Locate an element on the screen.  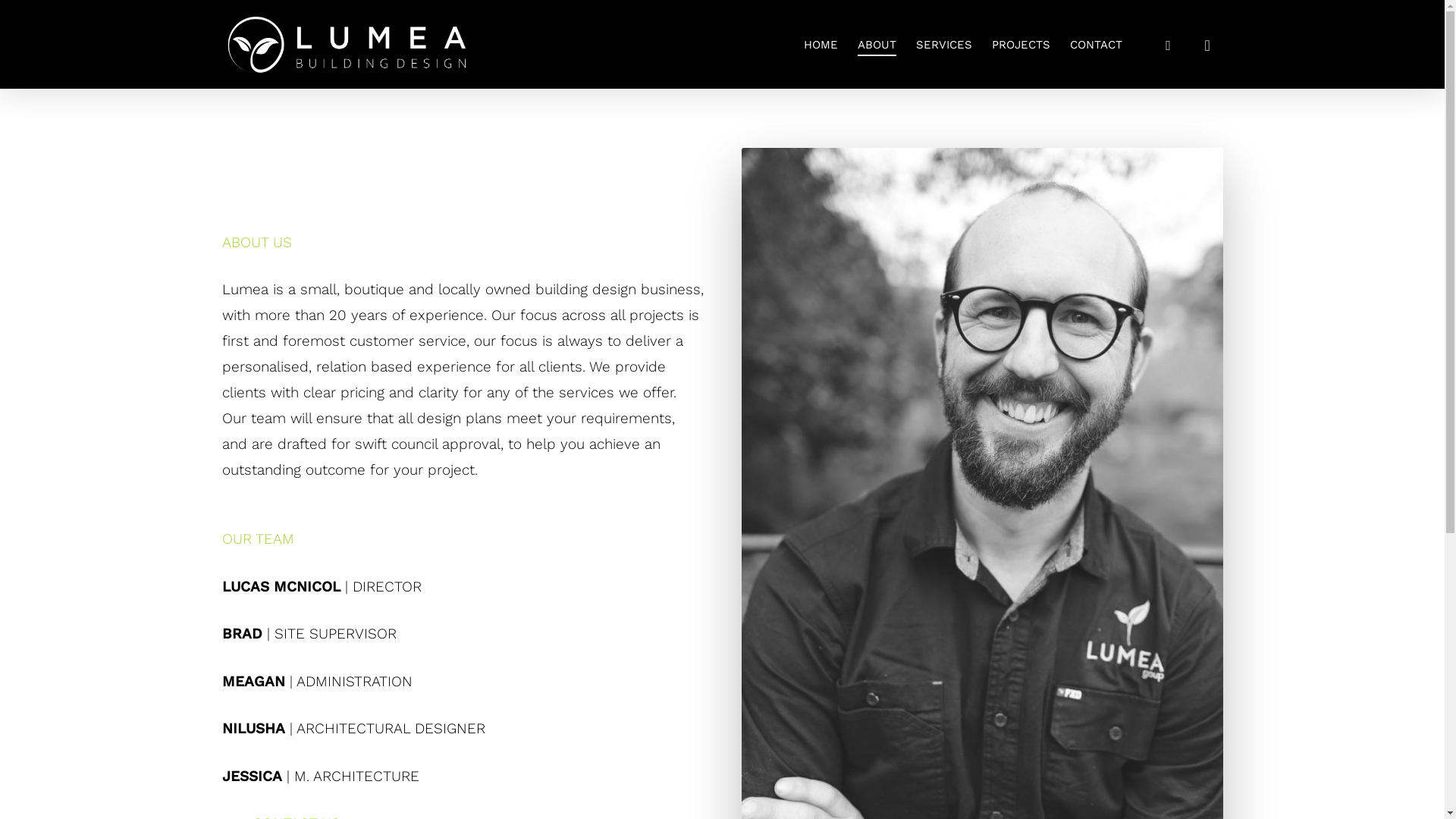
'SERVICES' is located at coordinates (943, 42).